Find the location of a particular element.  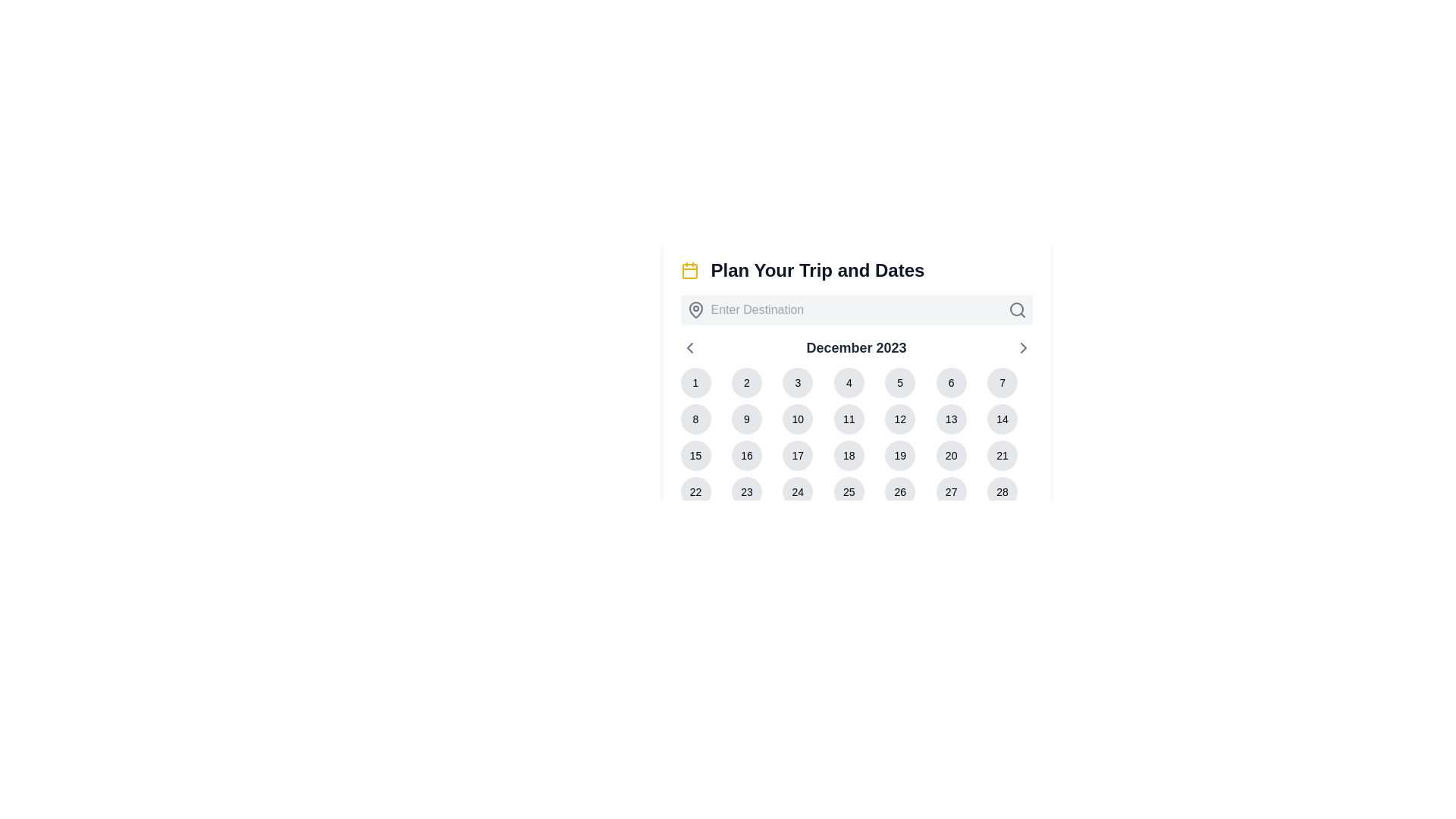

the circular button representing the date '6' in the calendar widget is located at coordinates (950, 382).